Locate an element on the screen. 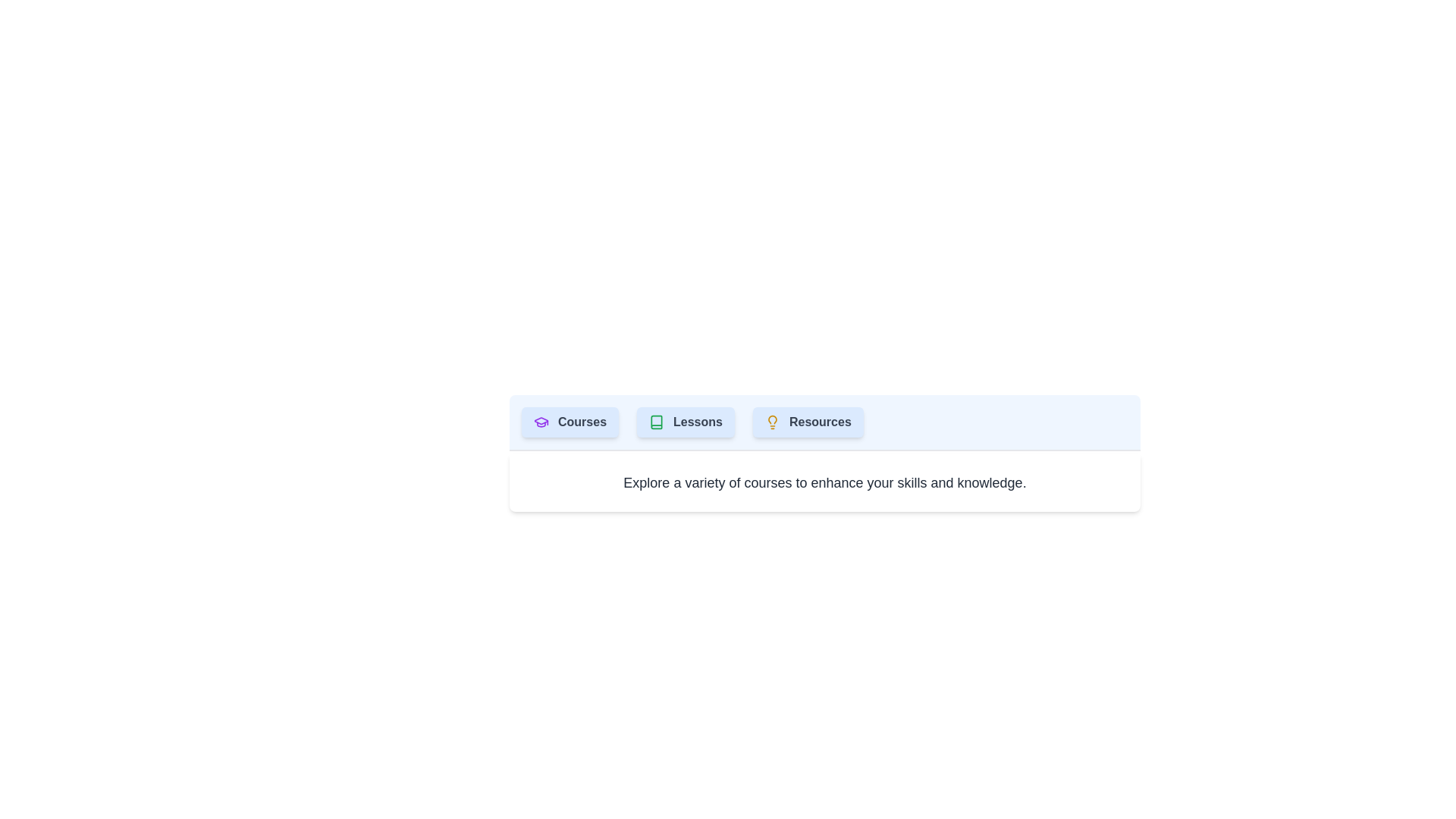 Image resolution: width=1456 pixels, height=819 pixels. the Resources tab to observe its hover effect is located at coordinates (807, 422).